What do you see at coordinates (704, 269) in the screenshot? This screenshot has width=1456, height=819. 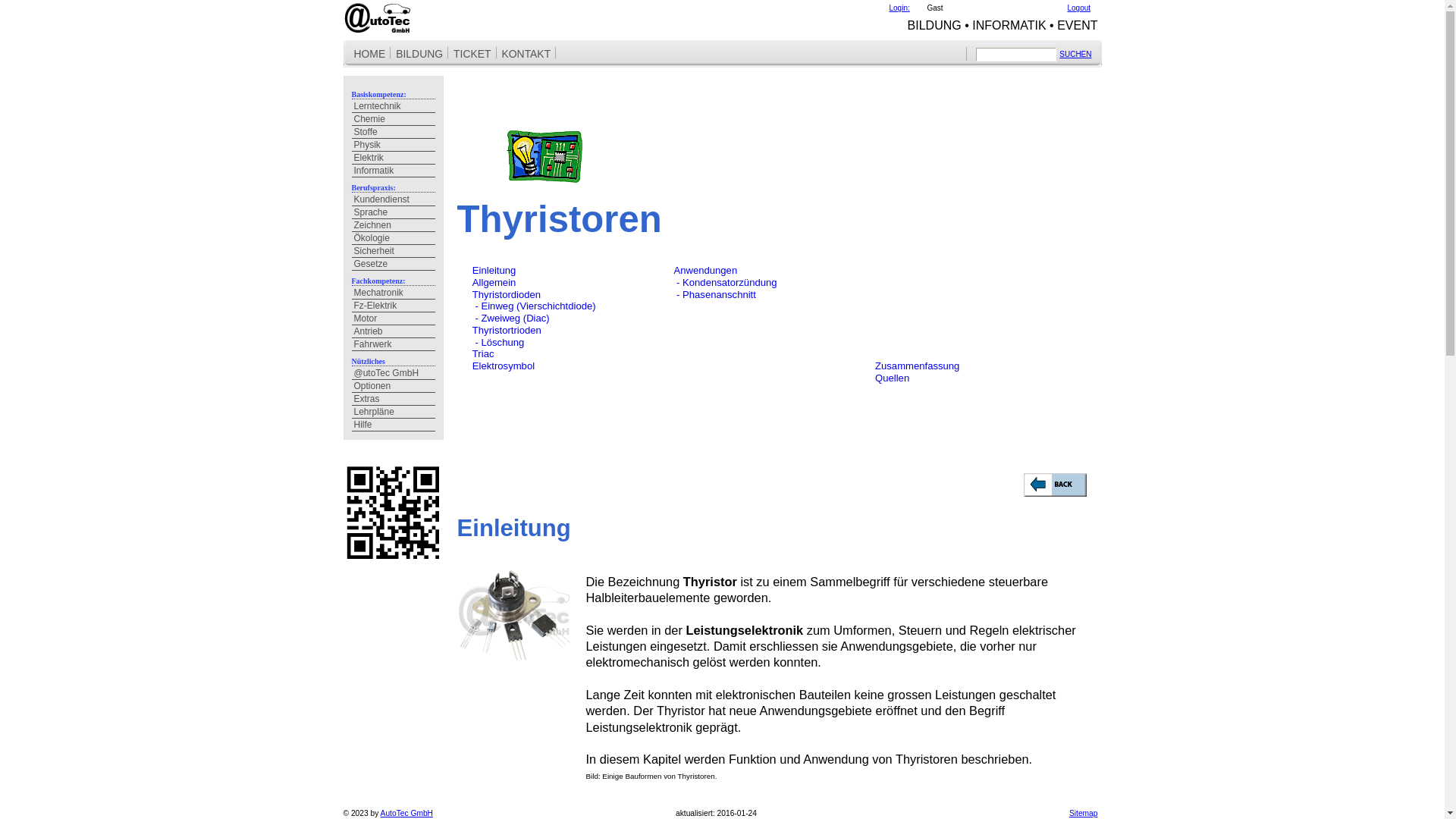 I see `'Anwendungen'` at bounding box center [704, 269].